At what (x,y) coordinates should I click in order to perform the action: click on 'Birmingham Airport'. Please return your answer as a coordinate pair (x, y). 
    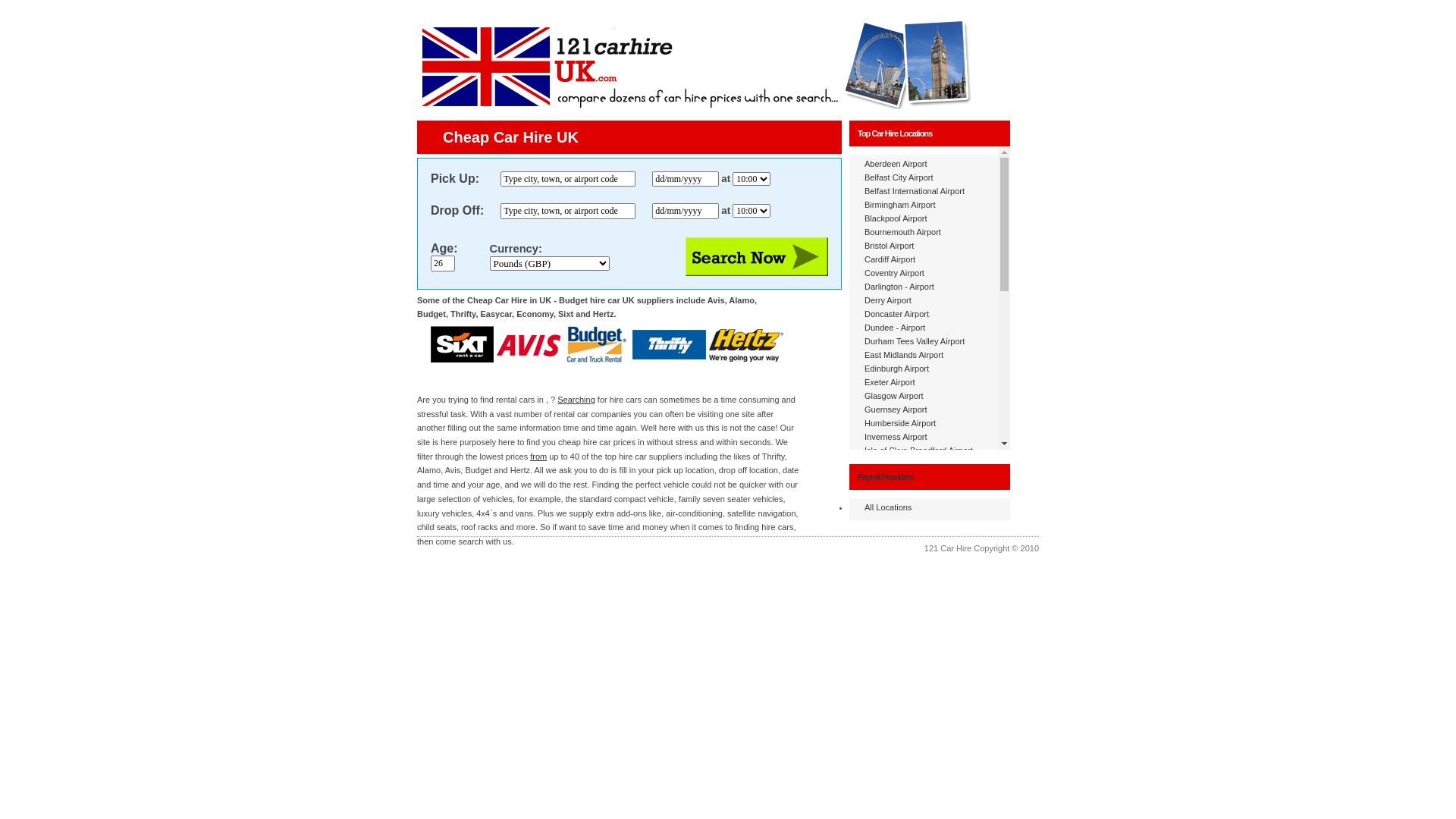
    Looking at the image, I should click on (899, 205).